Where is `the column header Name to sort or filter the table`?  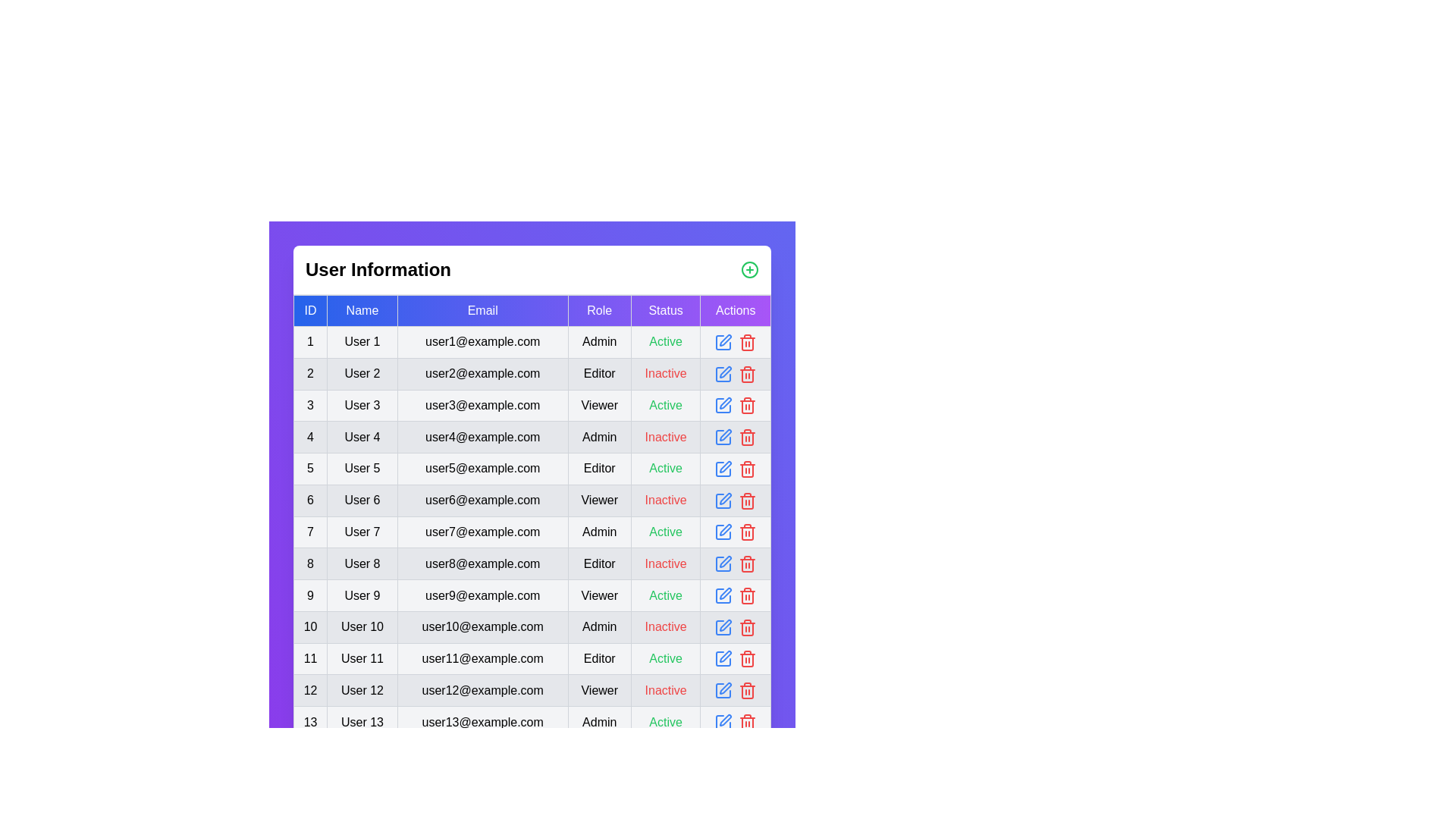 the column header Name to sort or filter the table is located at coordinates (361, 309).